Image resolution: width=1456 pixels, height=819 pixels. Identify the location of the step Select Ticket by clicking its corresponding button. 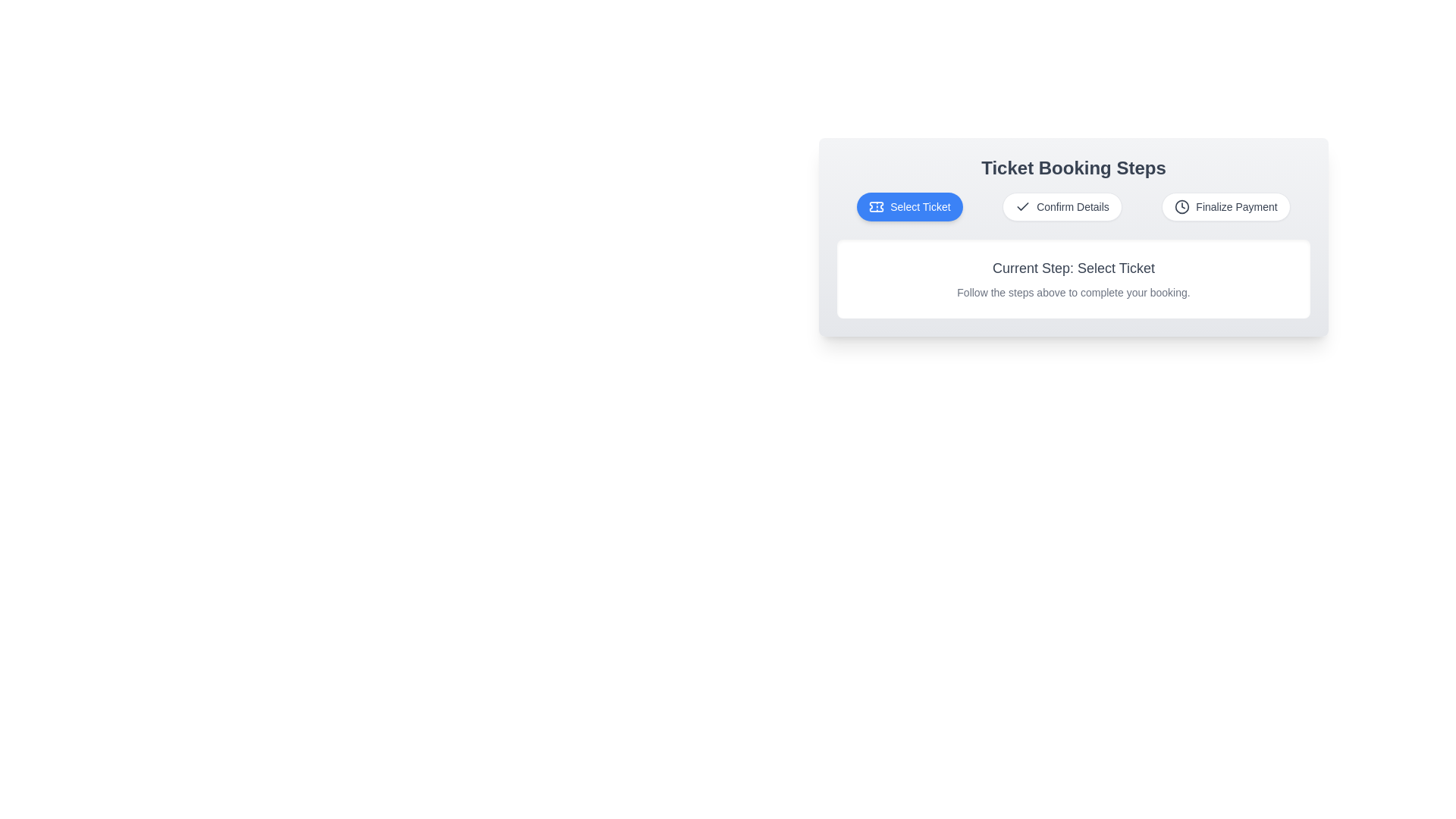
(910, 207).